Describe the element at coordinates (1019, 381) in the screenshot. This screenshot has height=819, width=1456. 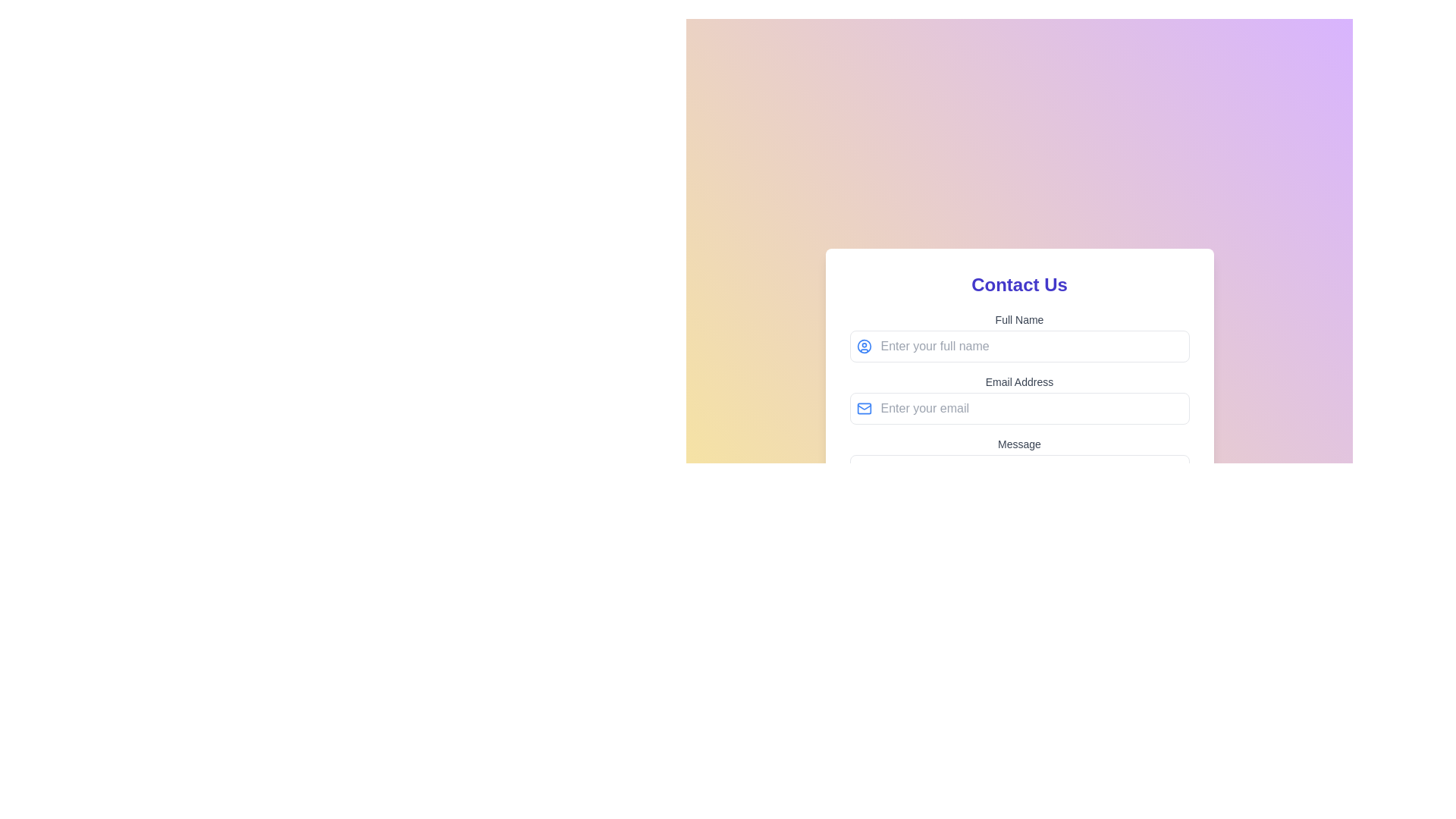
I see `the 'Email Address' label, which is displayed in a small, medium-weight gray font, positioned between the 'Full Name' label and the email input field` at that location.